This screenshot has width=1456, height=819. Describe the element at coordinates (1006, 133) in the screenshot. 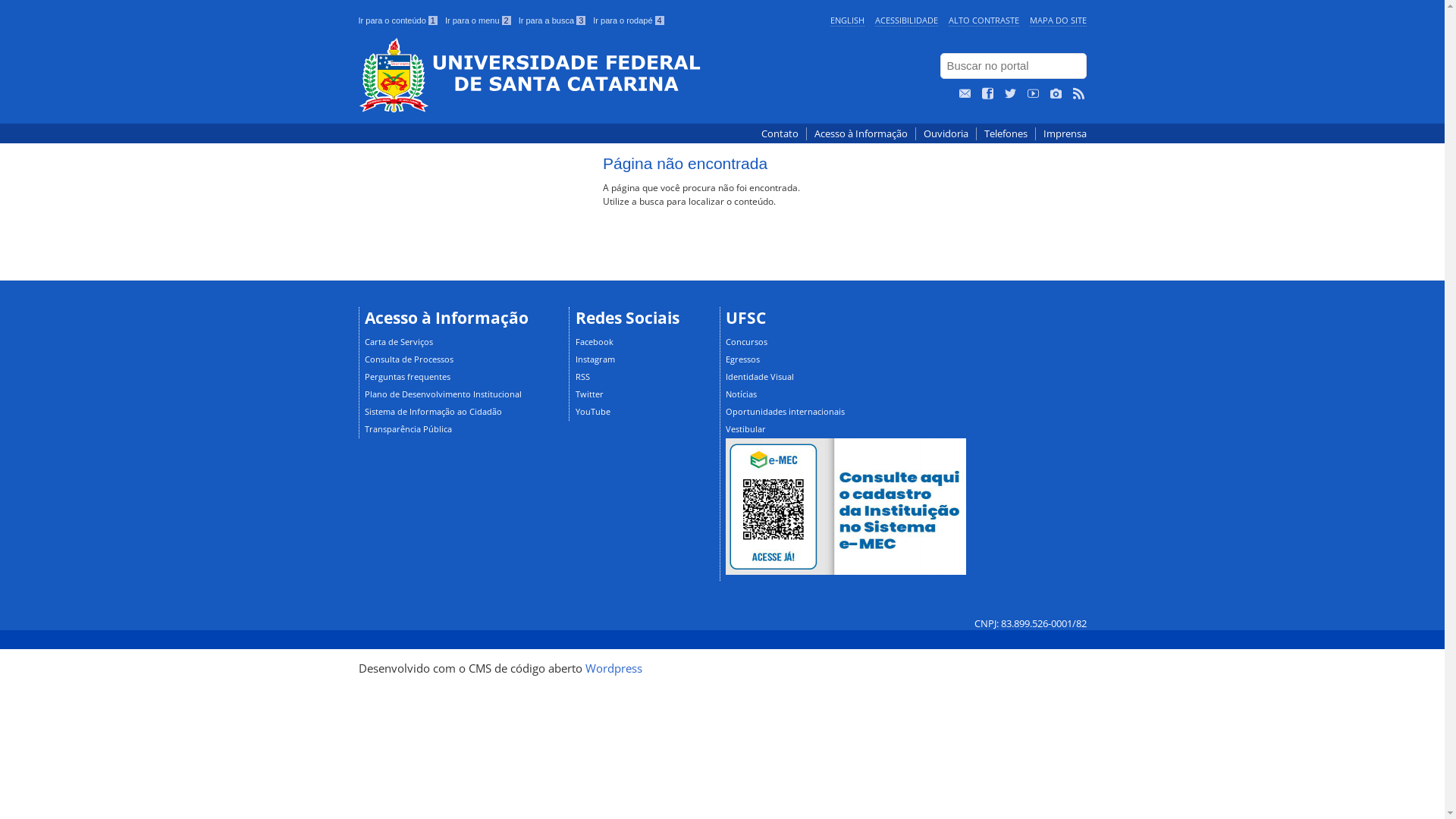

I see `'Telefones'` at that location.